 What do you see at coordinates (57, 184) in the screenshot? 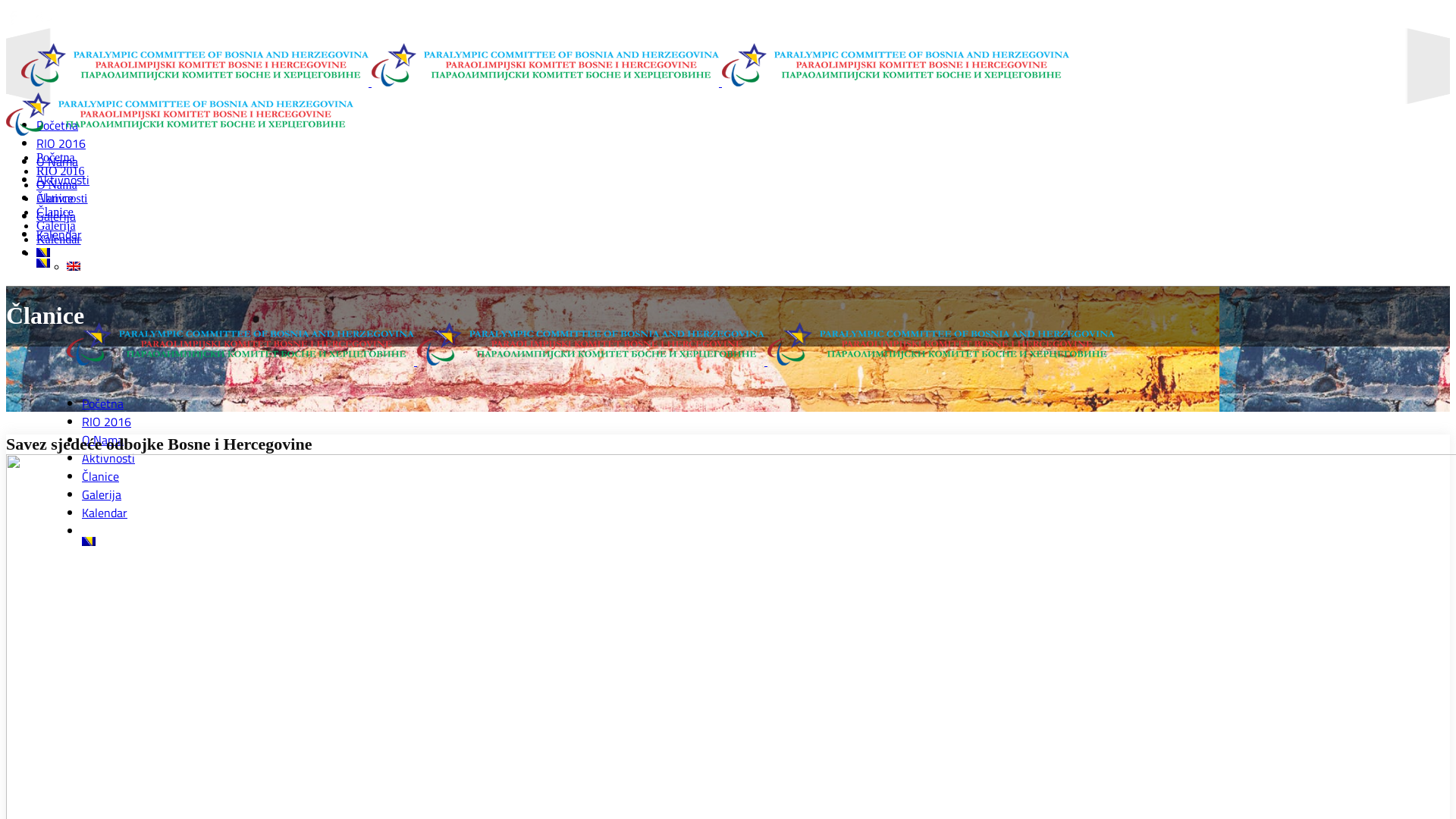
I see `'O Nama'` at bounding box center [57, 184].